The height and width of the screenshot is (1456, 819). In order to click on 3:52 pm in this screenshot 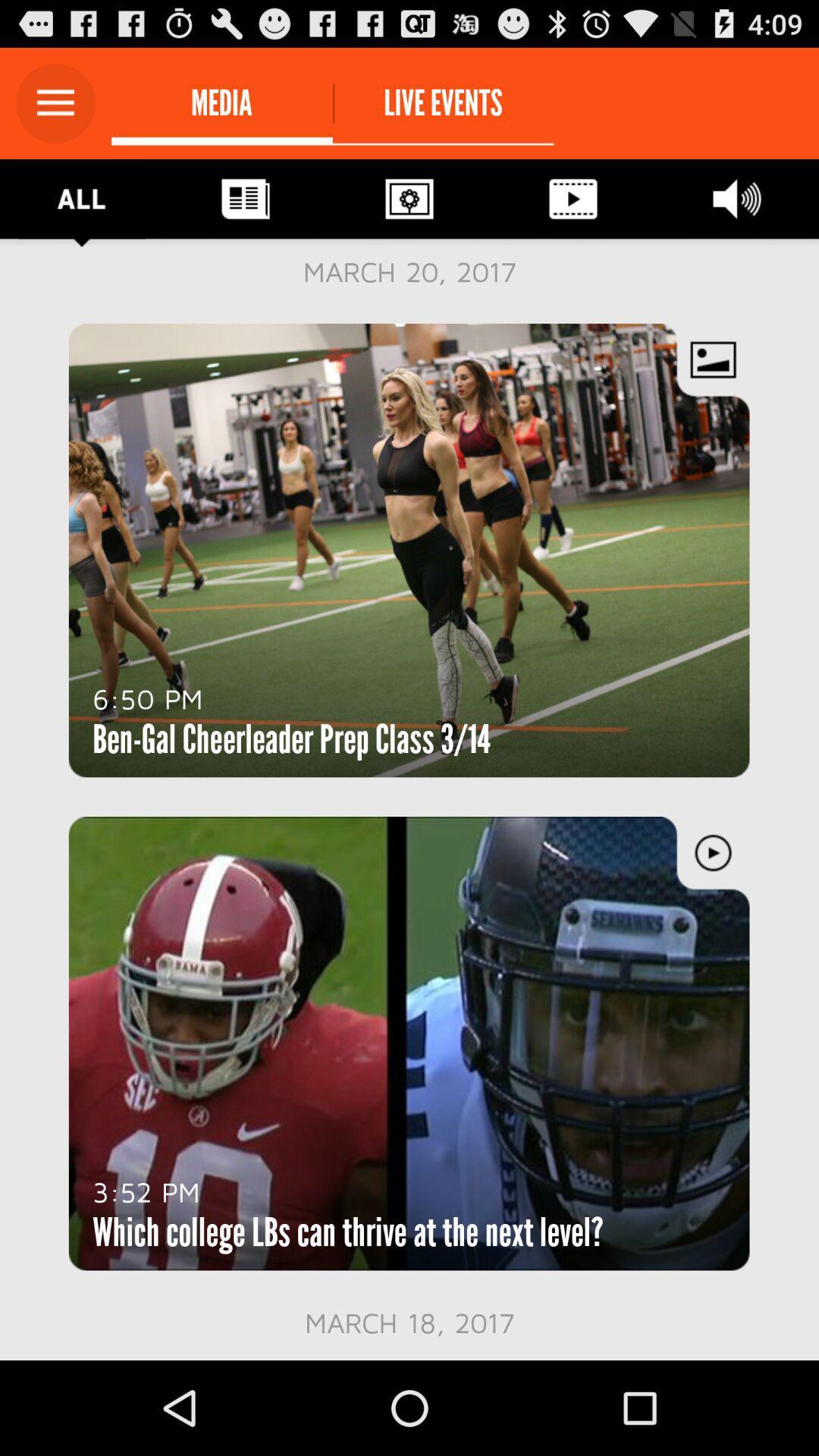, I will do `click(146, 1191)`.